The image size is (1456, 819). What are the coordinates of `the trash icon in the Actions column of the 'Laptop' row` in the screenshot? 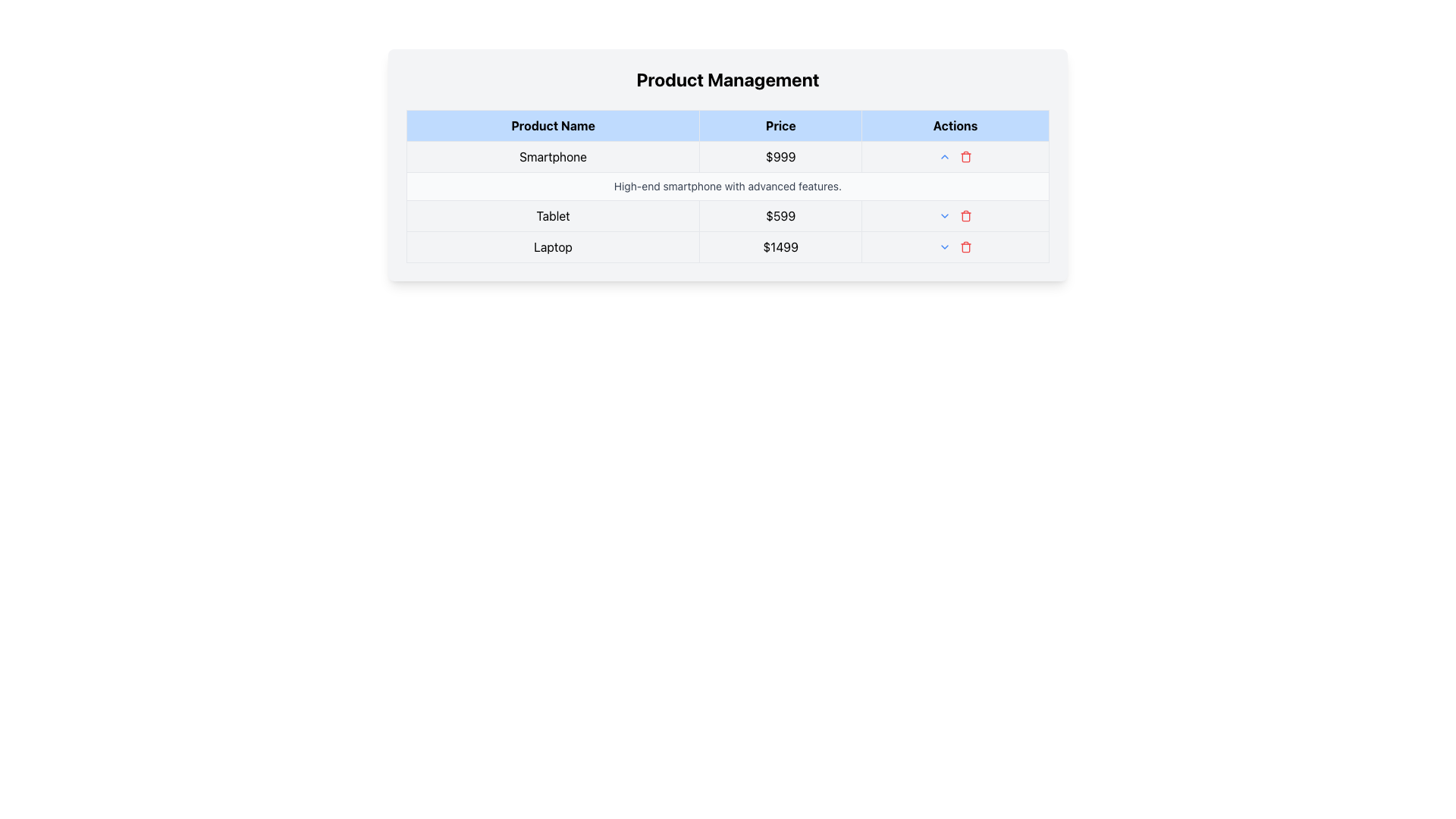 It's located at (954, 246).